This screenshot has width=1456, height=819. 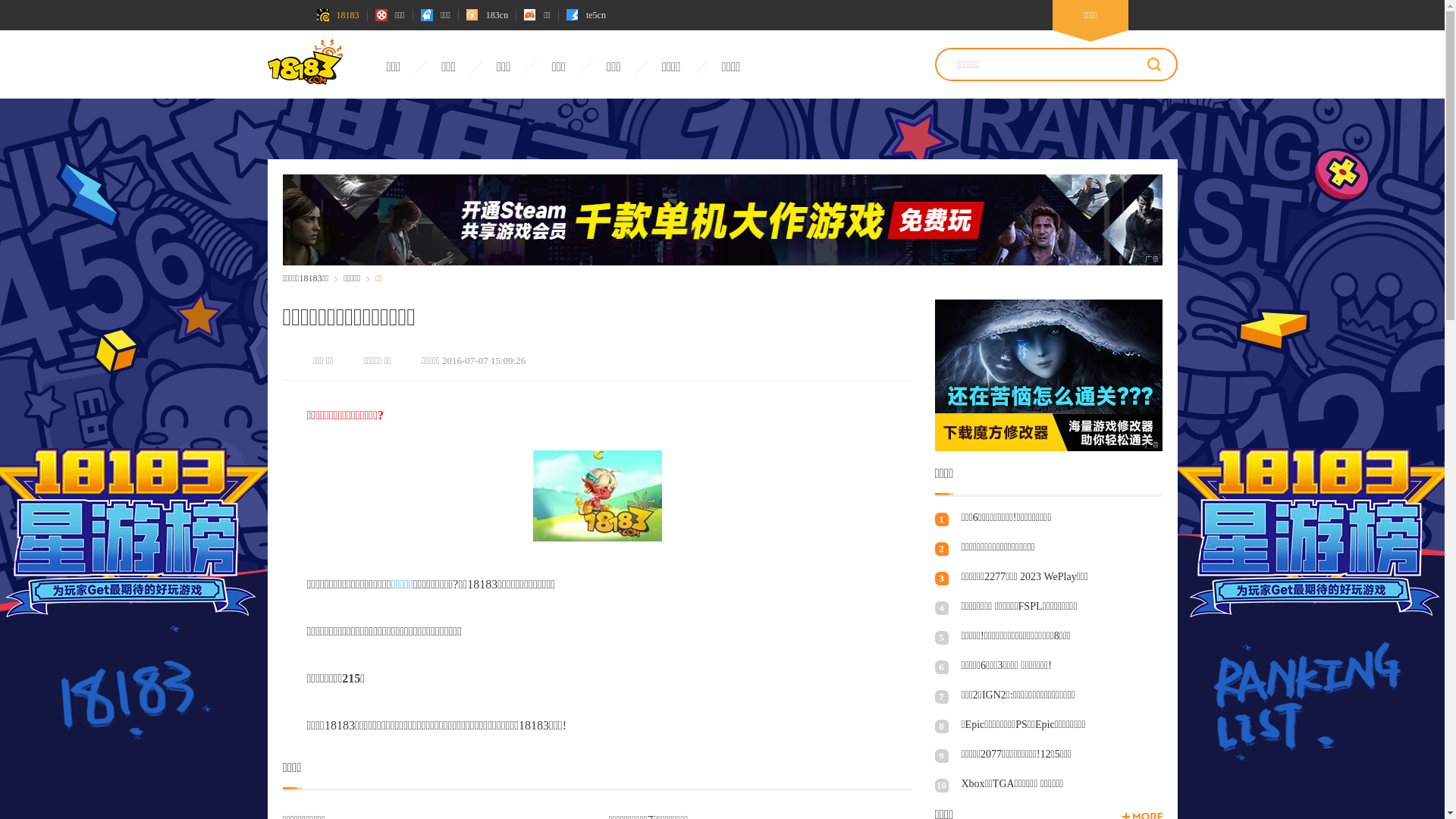 What do you see at coordinates (487, 14) in the screenshot?
I see `'183cn'` at bounding box center [487, 14].